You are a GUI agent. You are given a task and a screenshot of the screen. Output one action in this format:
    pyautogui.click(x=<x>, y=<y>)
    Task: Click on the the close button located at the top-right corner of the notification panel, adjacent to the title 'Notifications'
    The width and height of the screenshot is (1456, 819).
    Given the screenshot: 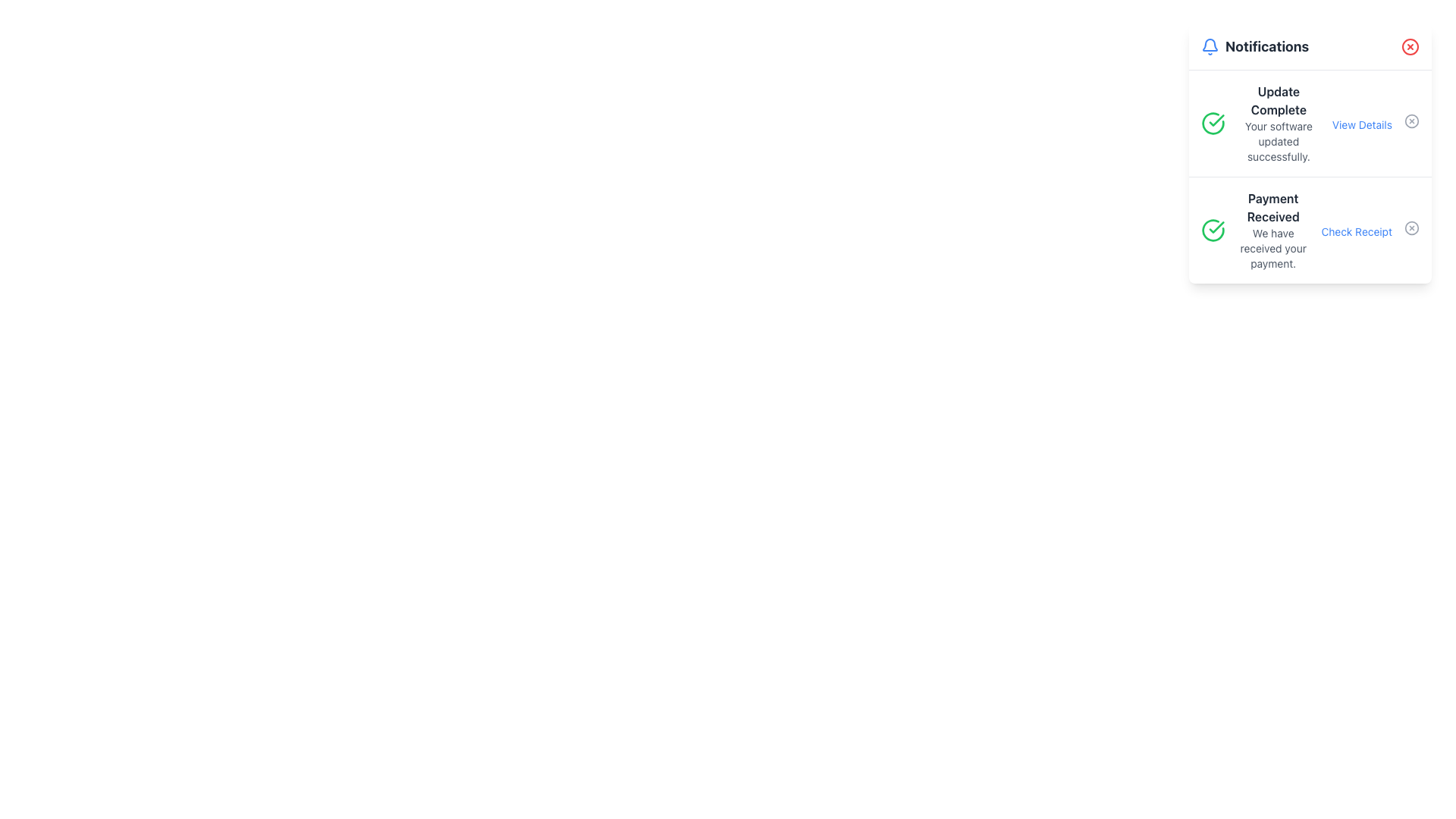 What is the action you would take?
    pyautogui.click(x=1410, y=45)
    